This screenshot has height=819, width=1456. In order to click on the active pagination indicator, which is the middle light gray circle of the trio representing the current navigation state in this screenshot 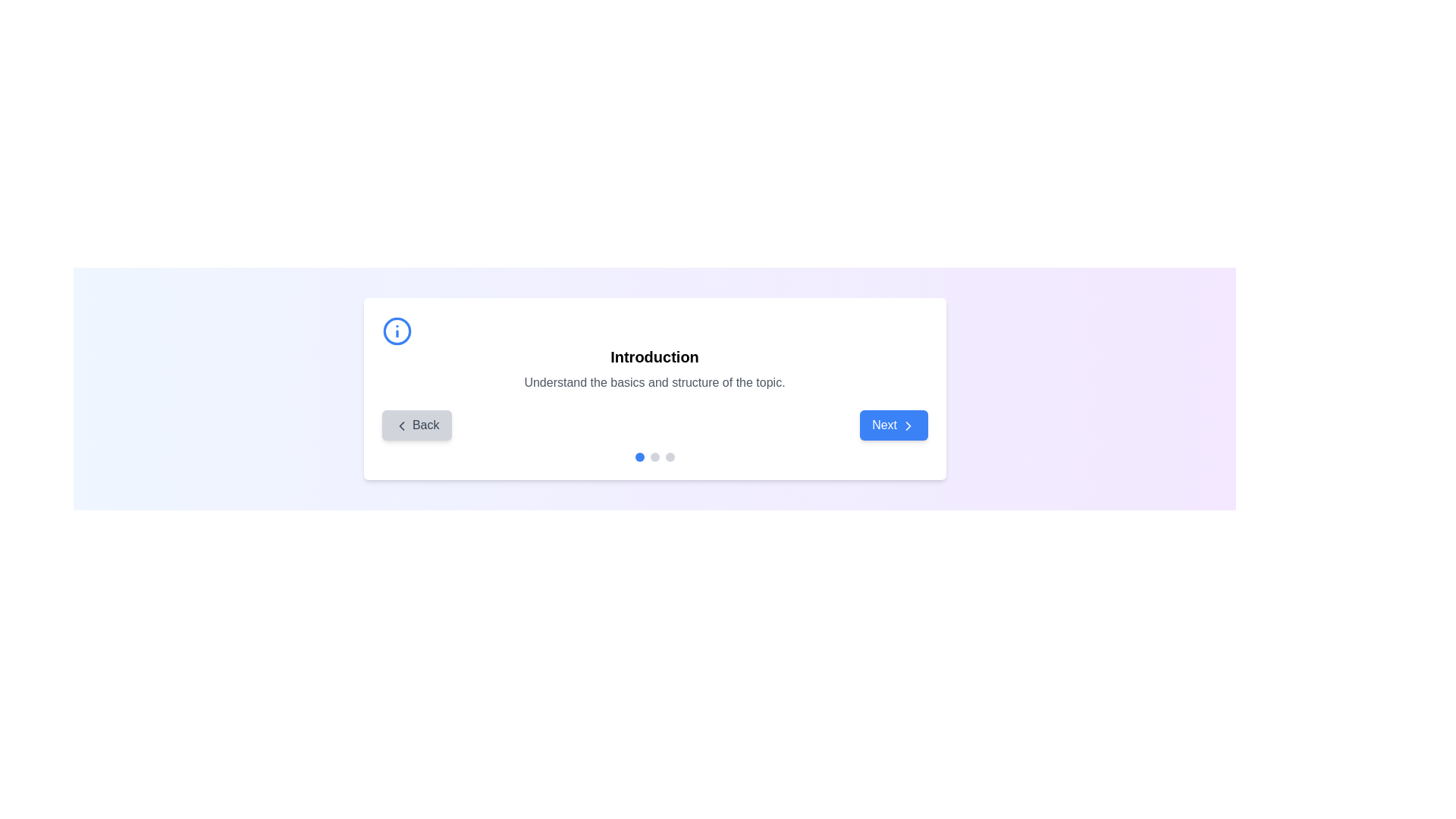, I will do `click(654, 456)`.